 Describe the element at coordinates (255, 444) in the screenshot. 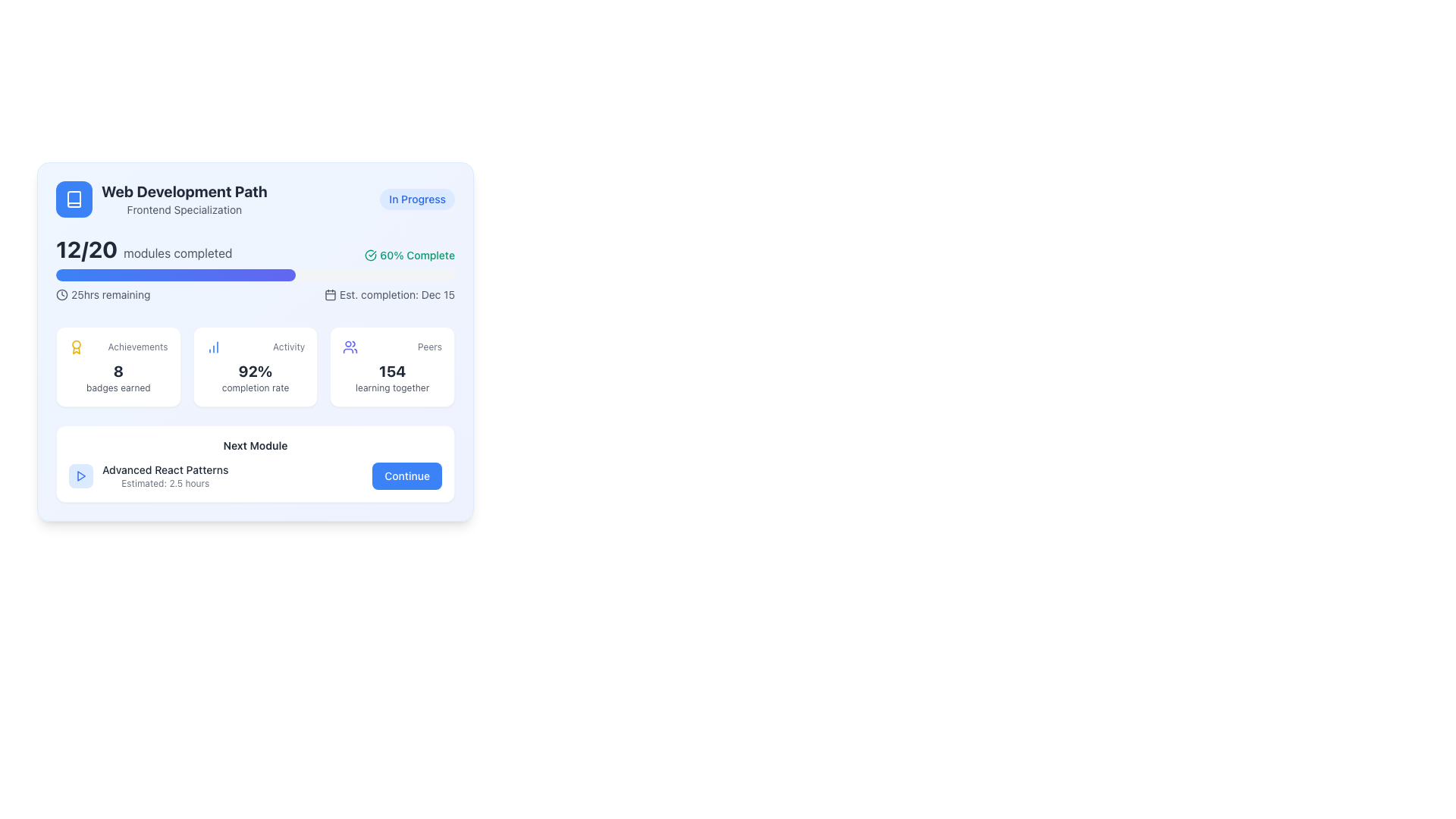

I see `the descriptive text label indicating the module within the learning progression, located above the module name 'Advanced React Patterns' and to the left of the 'Continue' button` at that location.